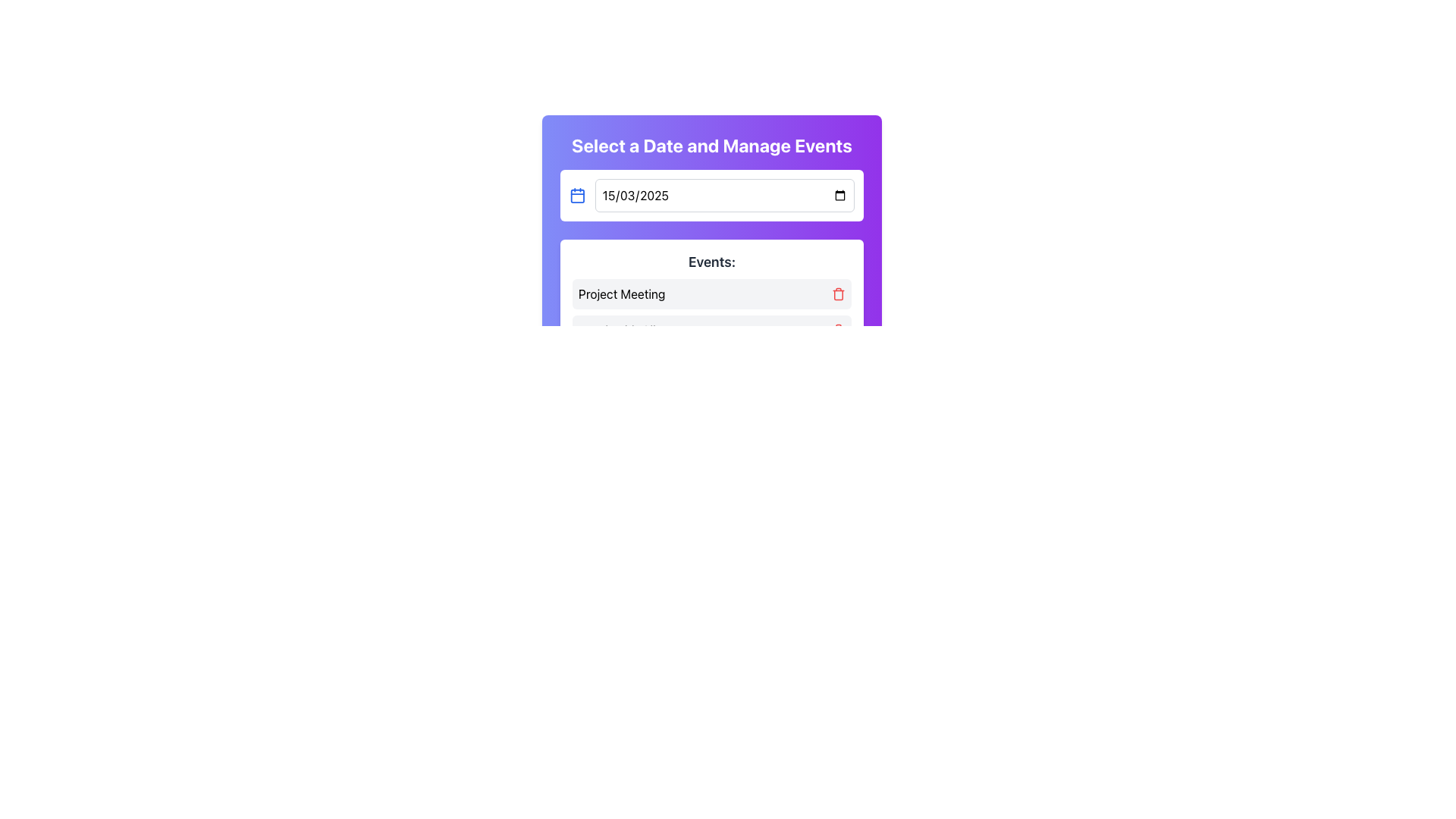 The image size is (1456, 819). What do you see at coordinates (711, 195) in the screenshot?
I see `a date in the Date Picker Component located below the header 'Select a Date and Manage Events'` at bounding box center [711, 195].